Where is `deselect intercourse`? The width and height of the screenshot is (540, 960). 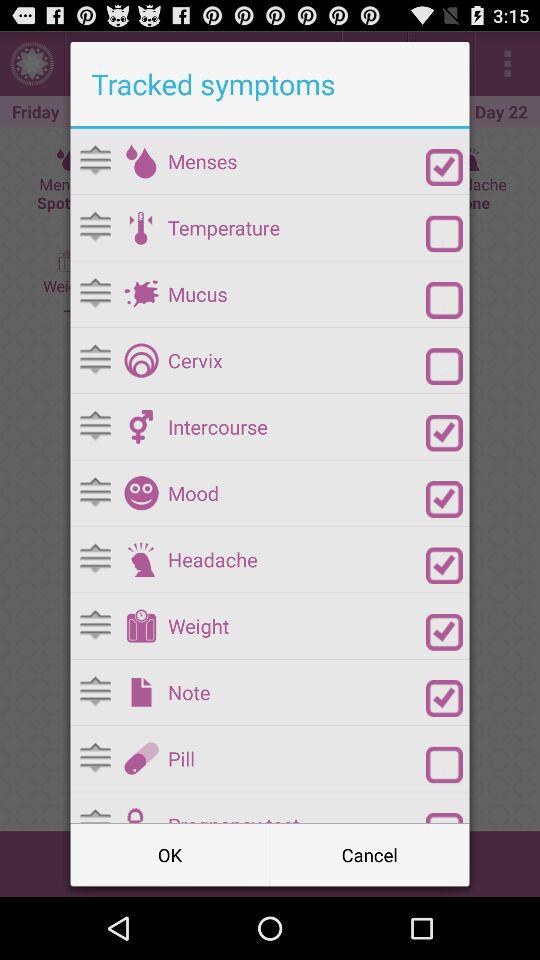 deselect intercourse is located at coordinates (444, 433).